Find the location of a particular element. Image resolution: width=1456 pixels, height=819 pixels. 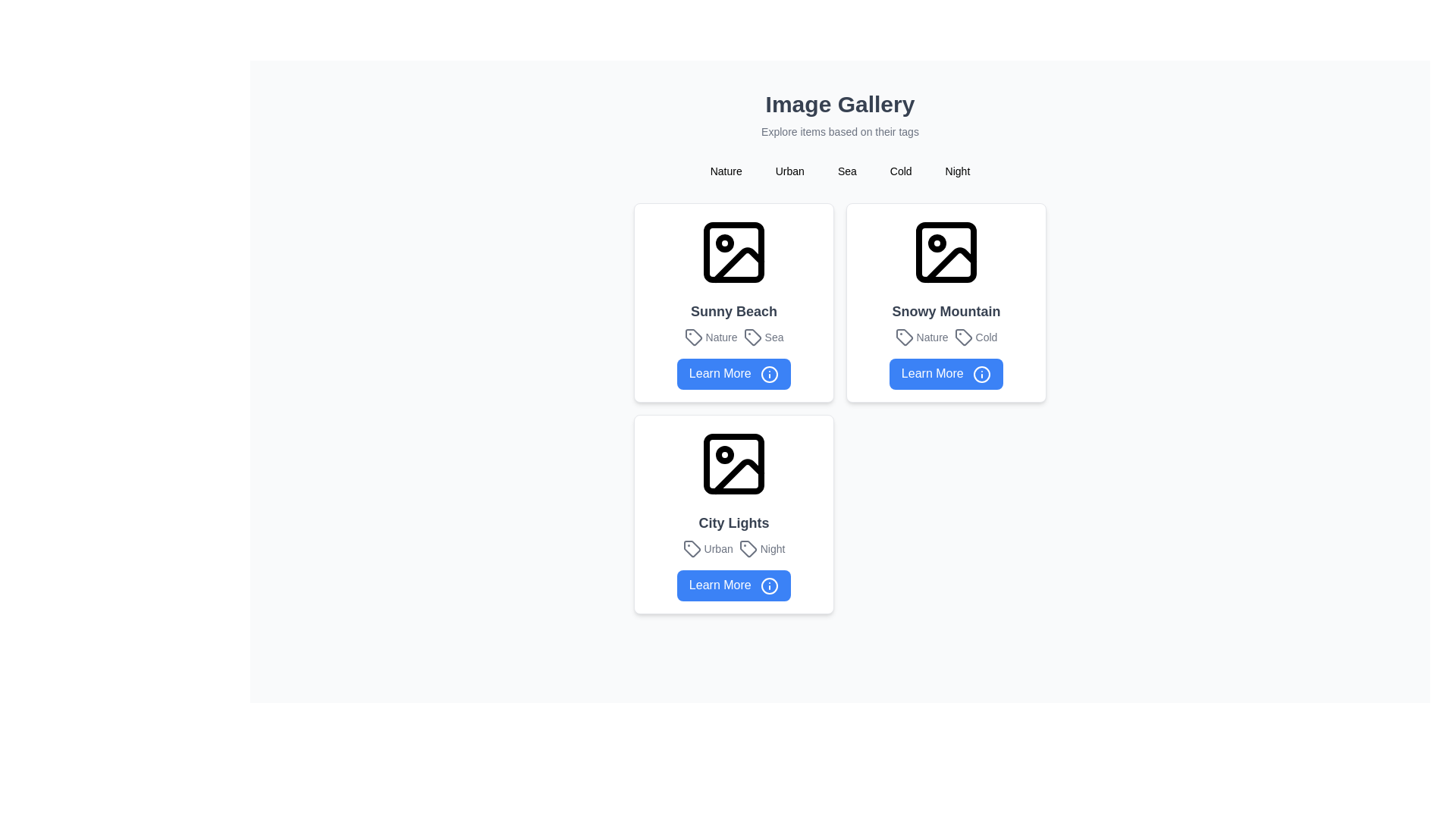

the 'Sea' tag icon located within the 'Sunny Beach' card, positioned to the right of the 'Nature' tag label is located at coordinates (752, 336).